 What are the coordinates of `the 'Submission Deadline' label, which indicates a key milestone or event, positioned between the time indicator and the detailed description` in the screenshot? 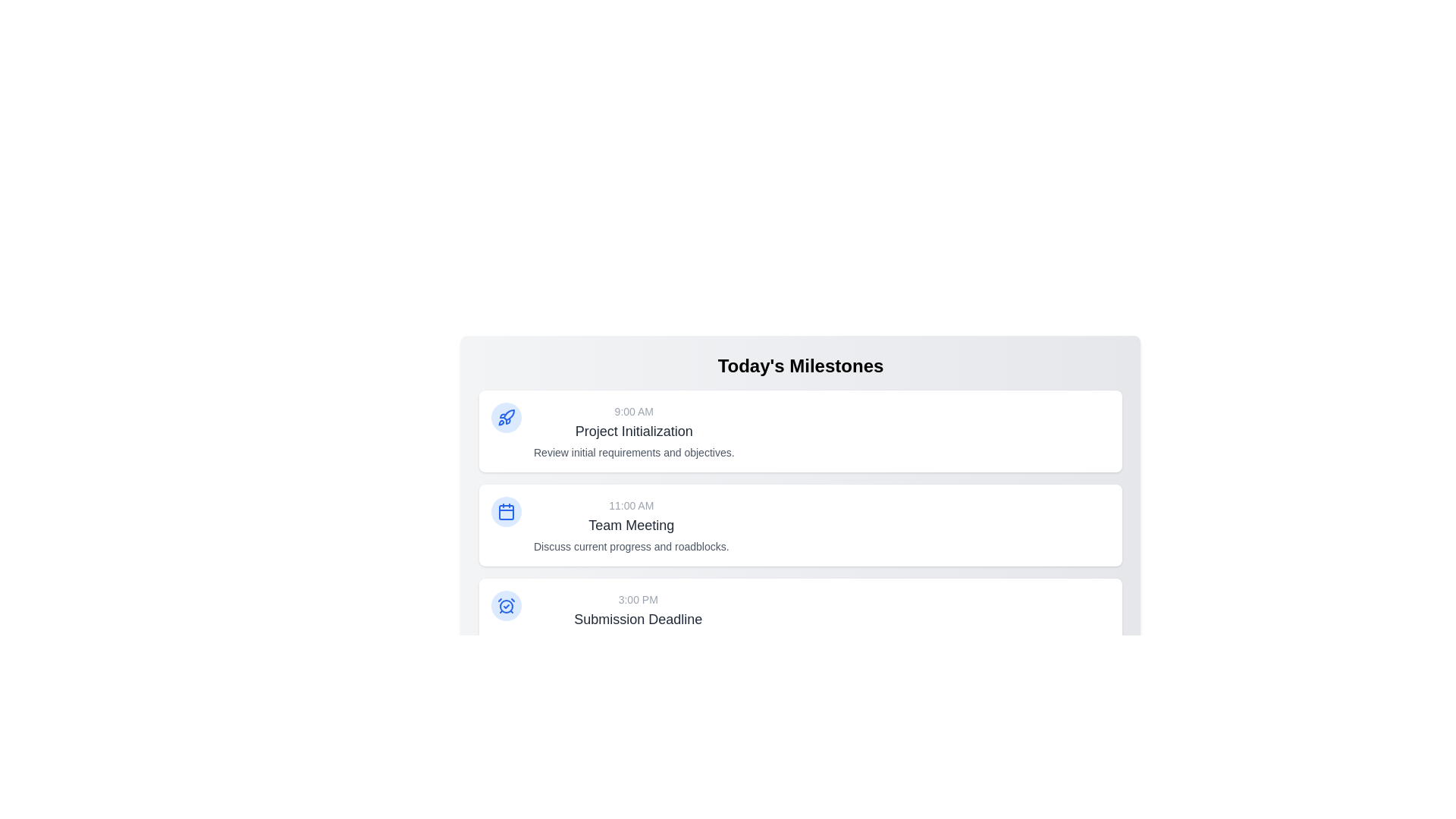 It's located at (638, 620).